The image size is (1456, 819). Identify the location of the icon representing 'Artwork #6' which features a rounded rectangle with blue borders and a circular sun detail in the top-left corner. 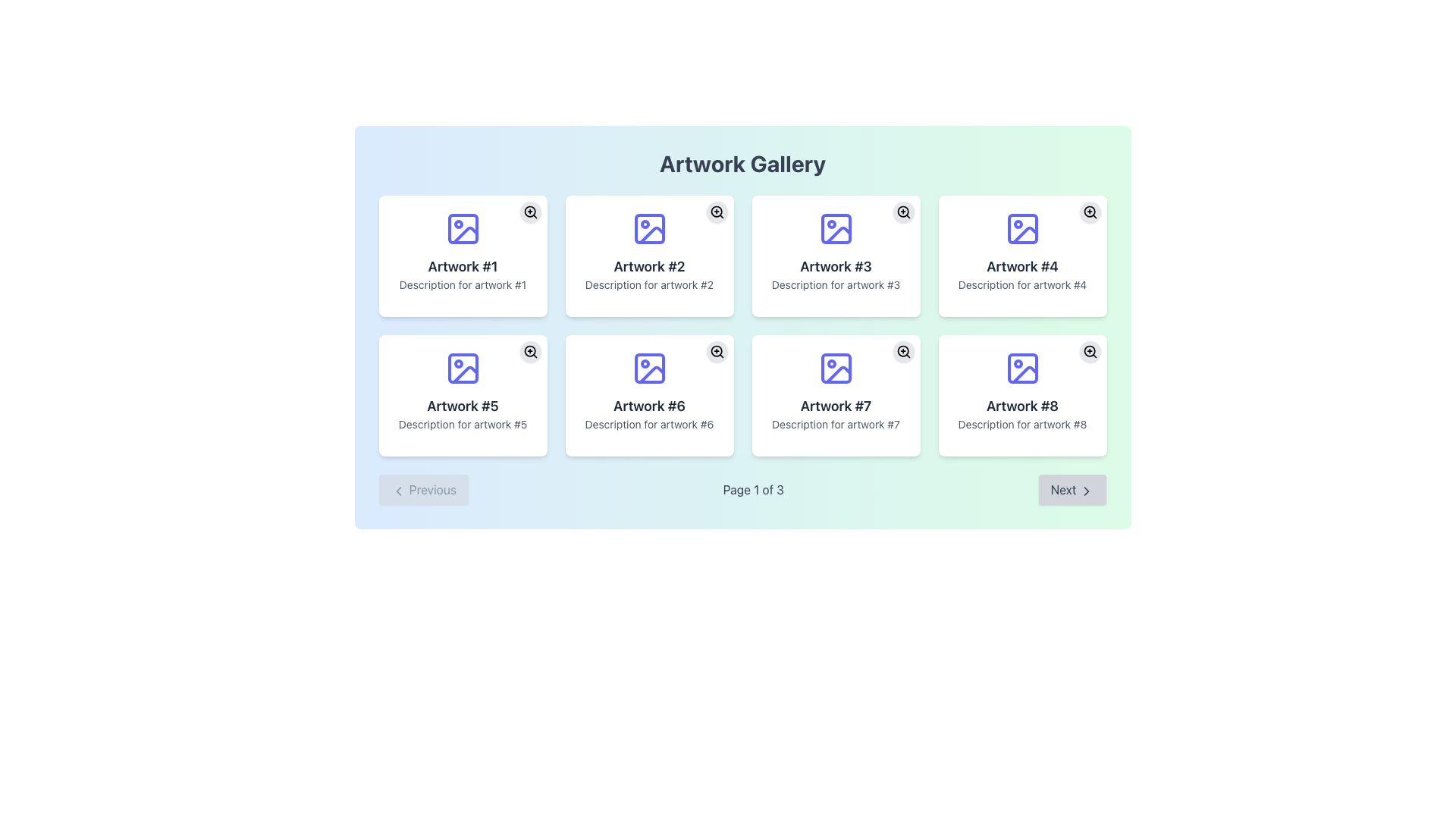
(649, 369).